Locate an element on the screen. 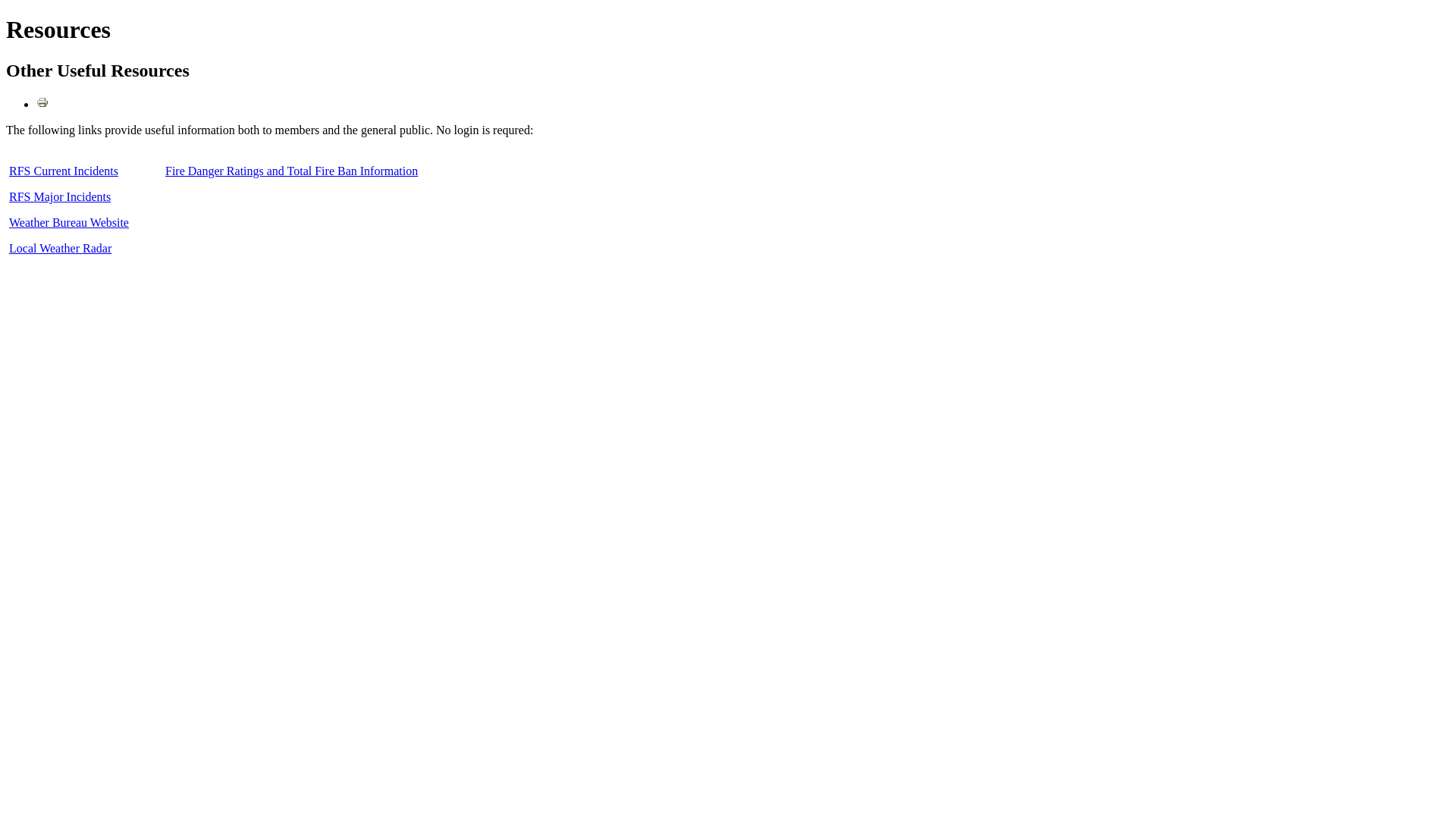 The height and width of the screenshot is (819, 1456). 'RFS Current Incidents' is located at coordinates (63, 171).